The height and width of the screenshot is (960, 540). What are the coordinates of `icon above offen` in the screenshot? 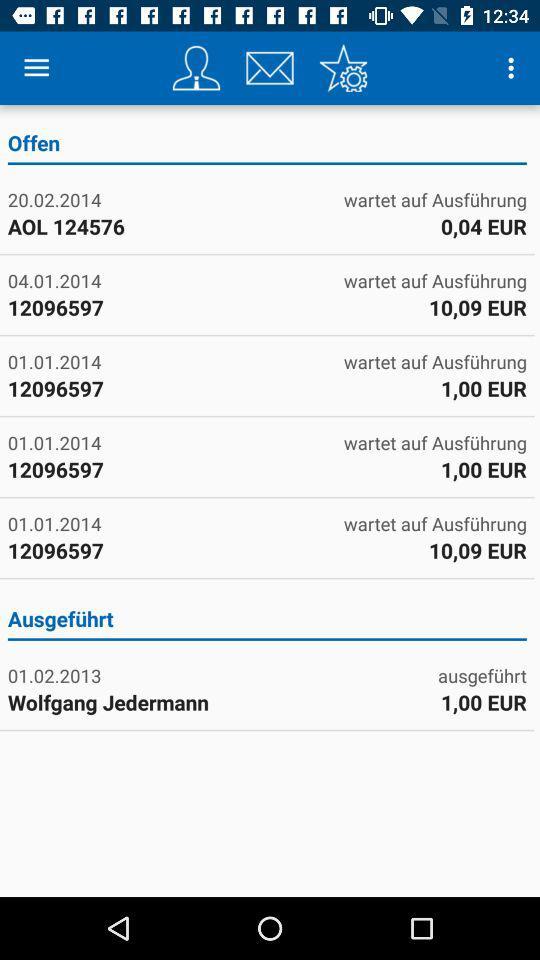 It's located at (513, 68).